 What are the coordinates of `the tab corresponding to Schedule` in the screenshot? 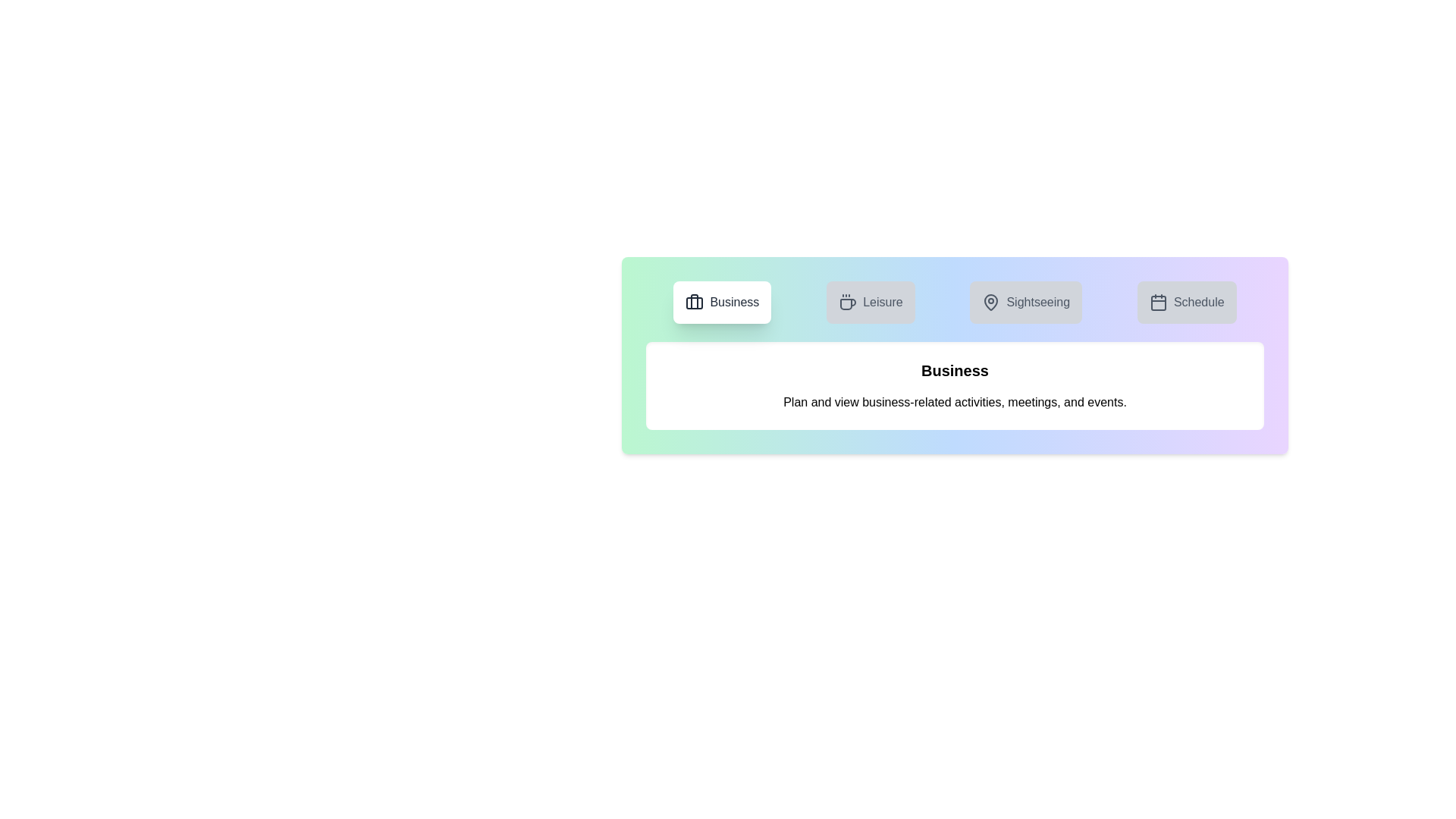 It's located at (1185, 302).